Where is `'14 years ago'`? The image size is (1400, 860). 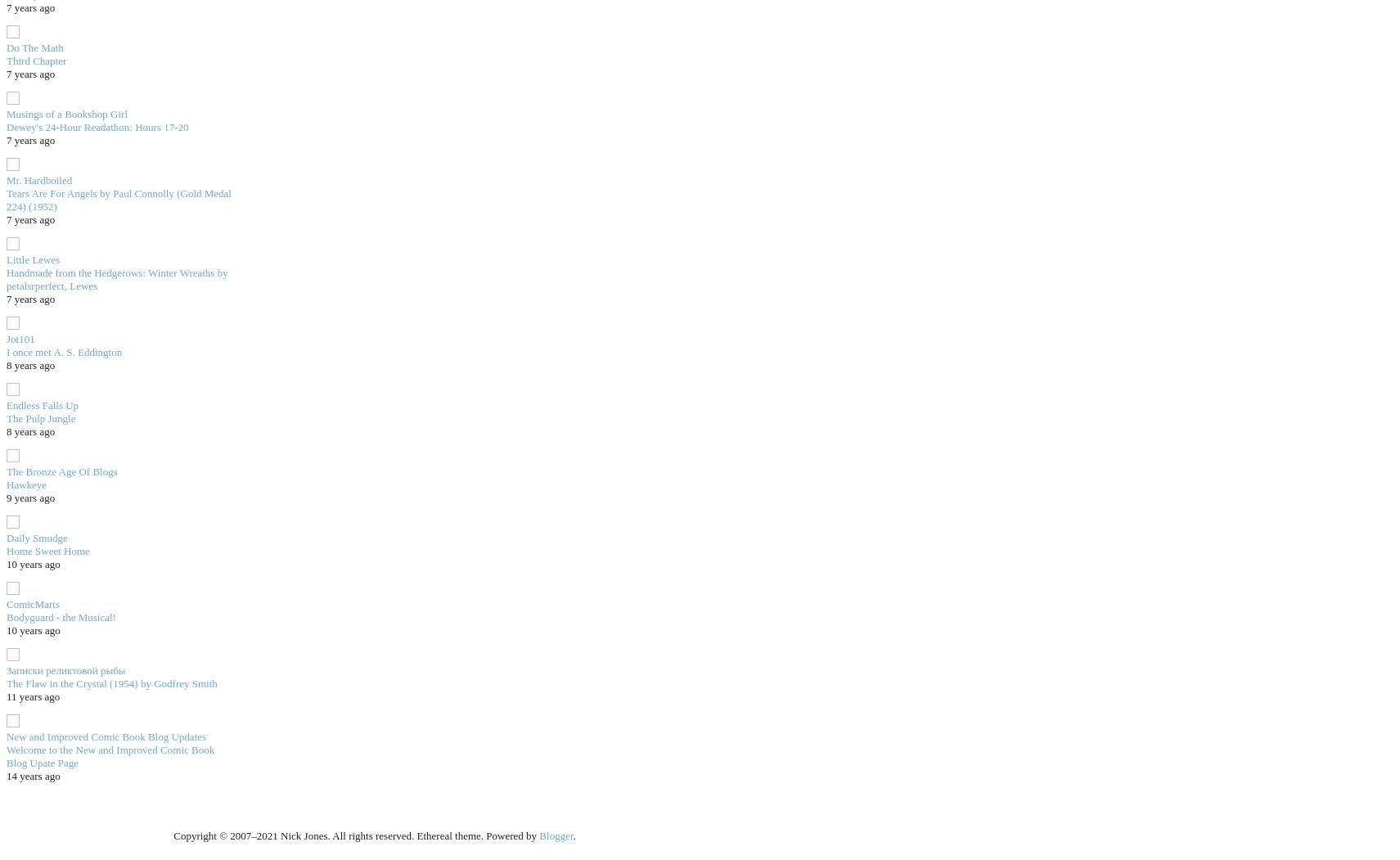 '14 years ago' is located at coordinates (32, 774).